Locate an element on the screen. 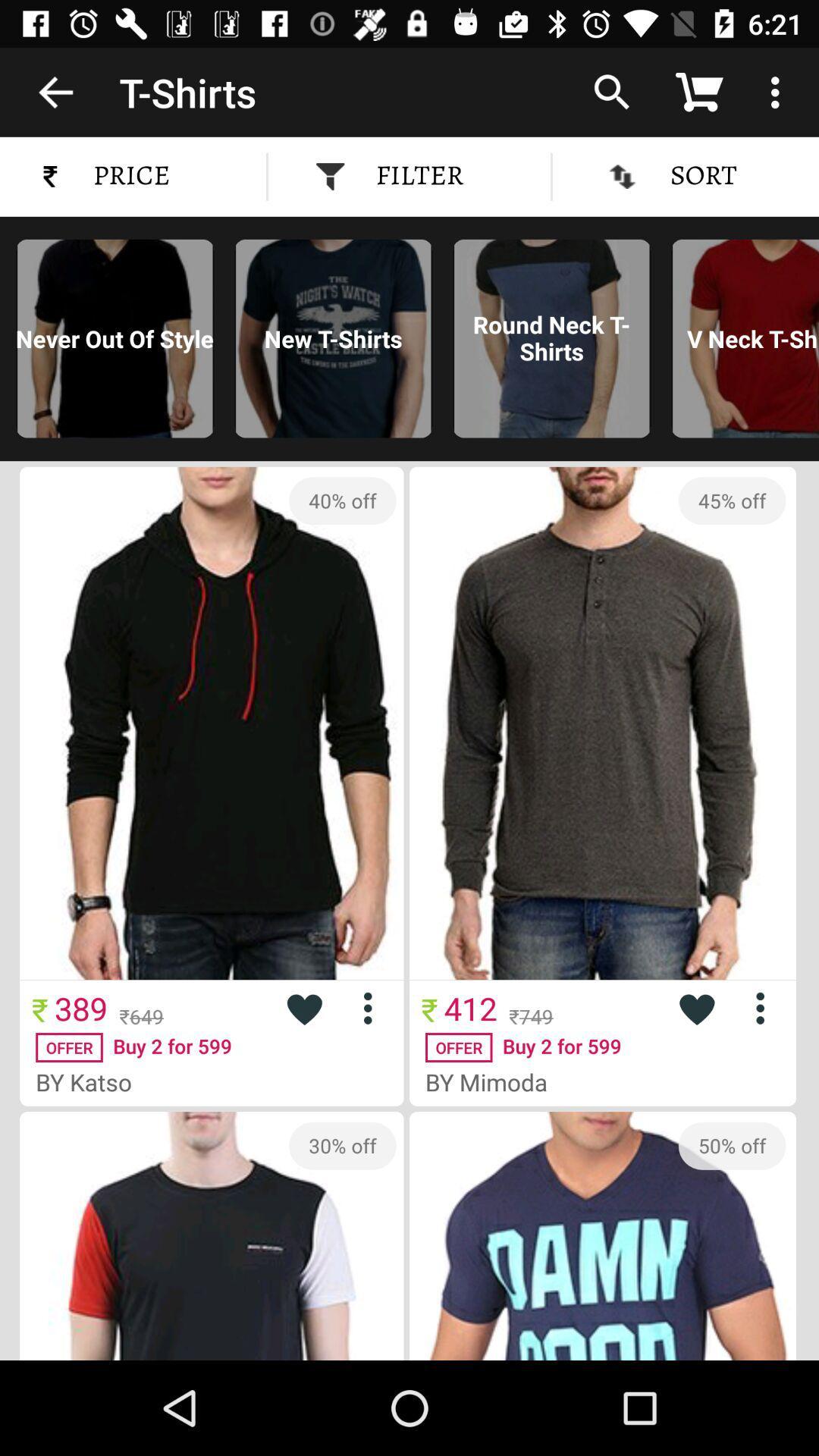 Image resolution: width=819 pixels, height=1456 pixels. like option is located at coordinates (304, 1008).